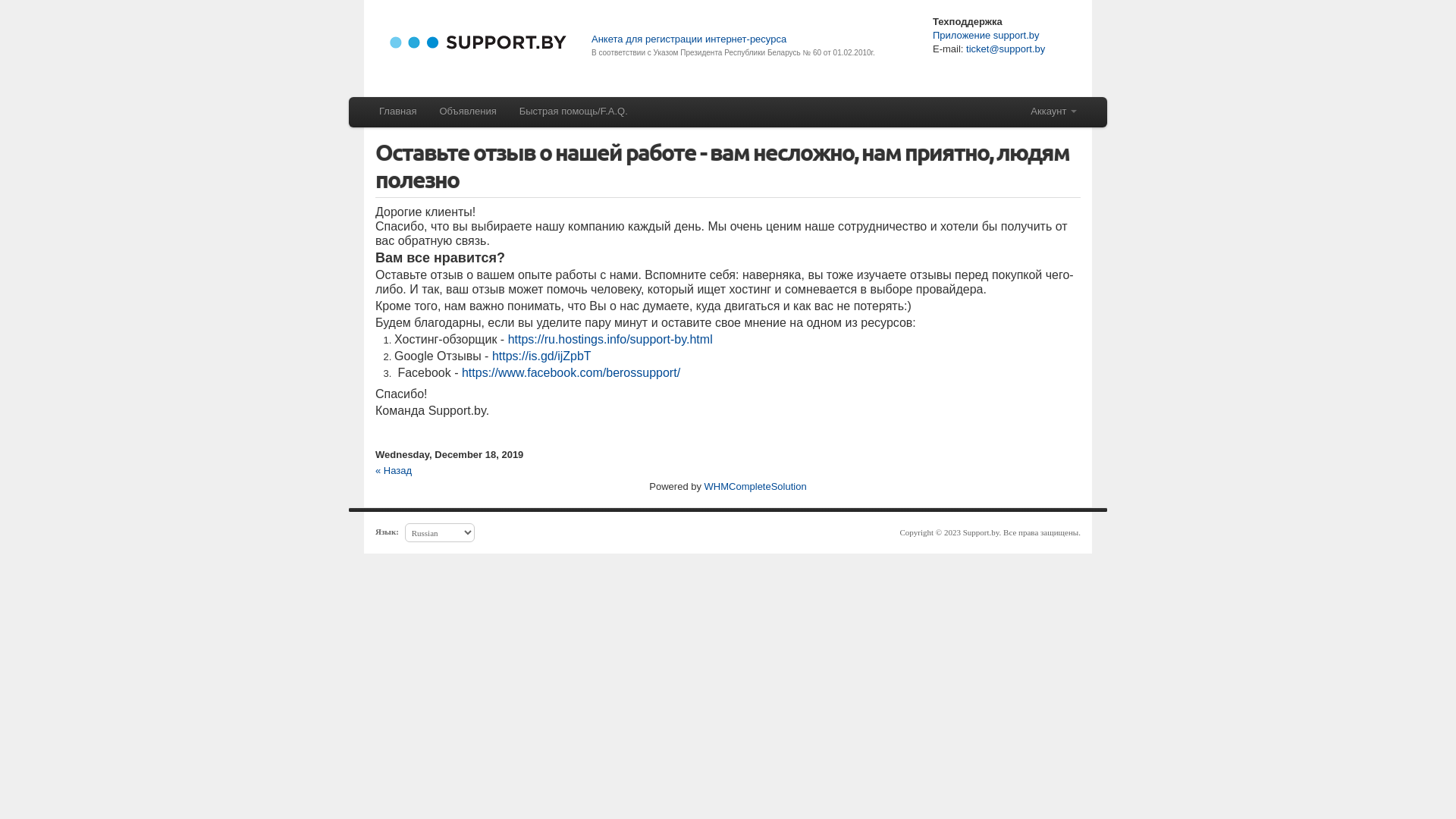 Image resolution: width=1456 pixels, height=819 pixels. What do you see at coordinates (1004, 48) in the screenshot?
I see `'ticket@support.by'` at bounding box center [1004, 48].